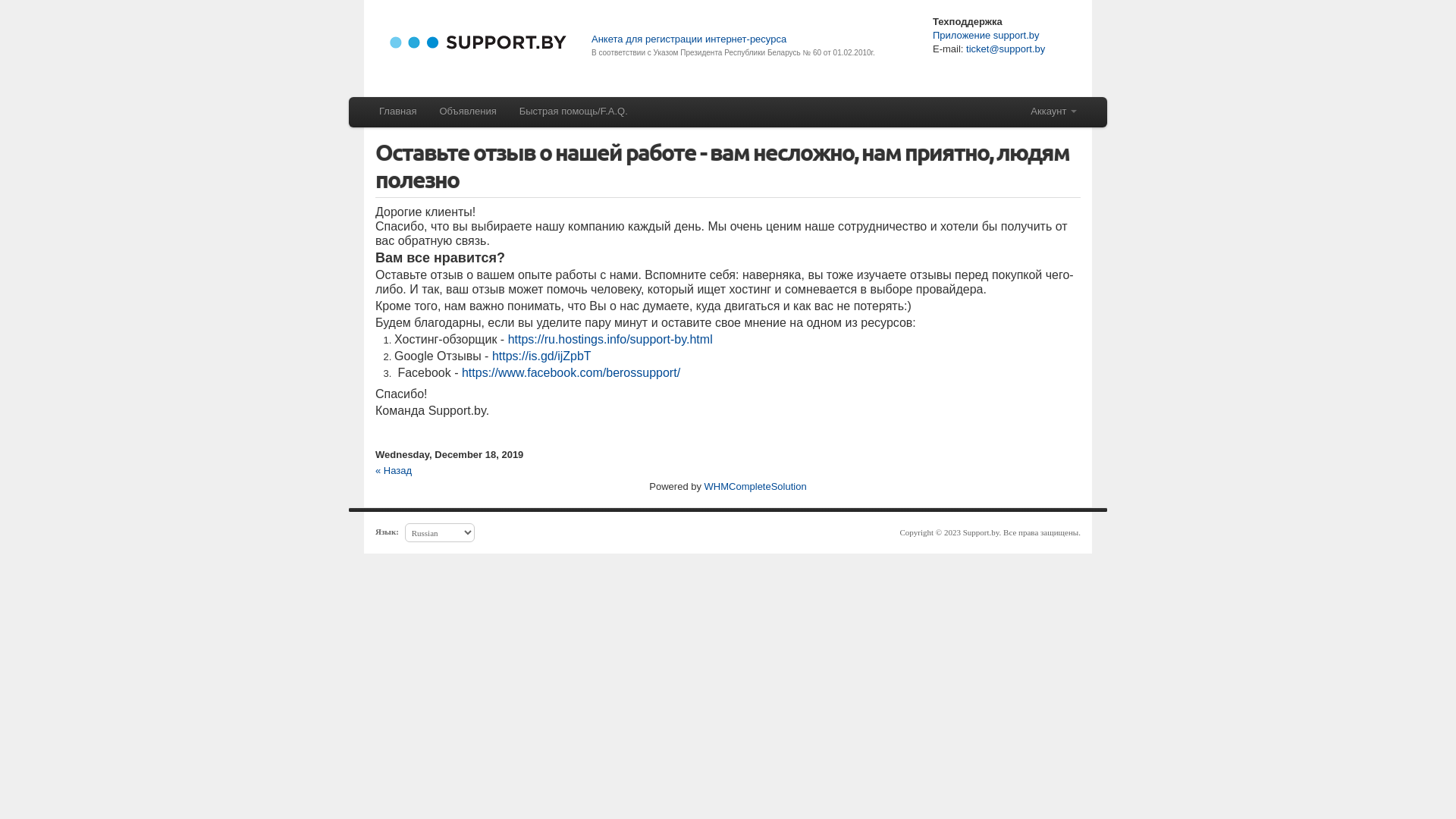 Image resolution: width=1456 pixels, height=819 pixels. What do you see at coordinates (1004, 48) in the screenshot?
I see `'ticket@support.by'` at bounding box center [1004, 48].